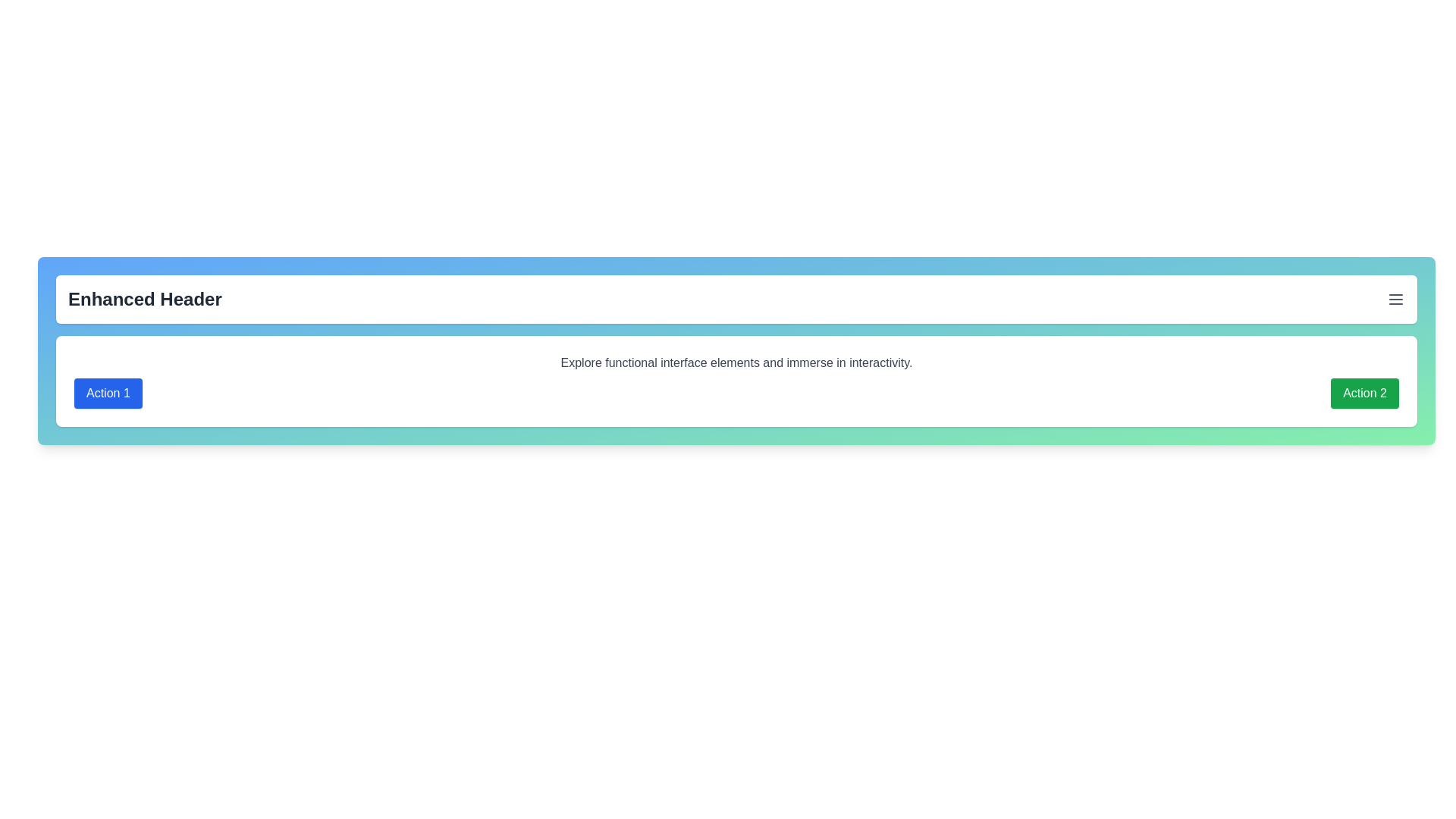  Describe the element at coordinates (1365, 393) in the screenshot. I see `the rectangular button with a green background and the label 'Action 2'` at that location.